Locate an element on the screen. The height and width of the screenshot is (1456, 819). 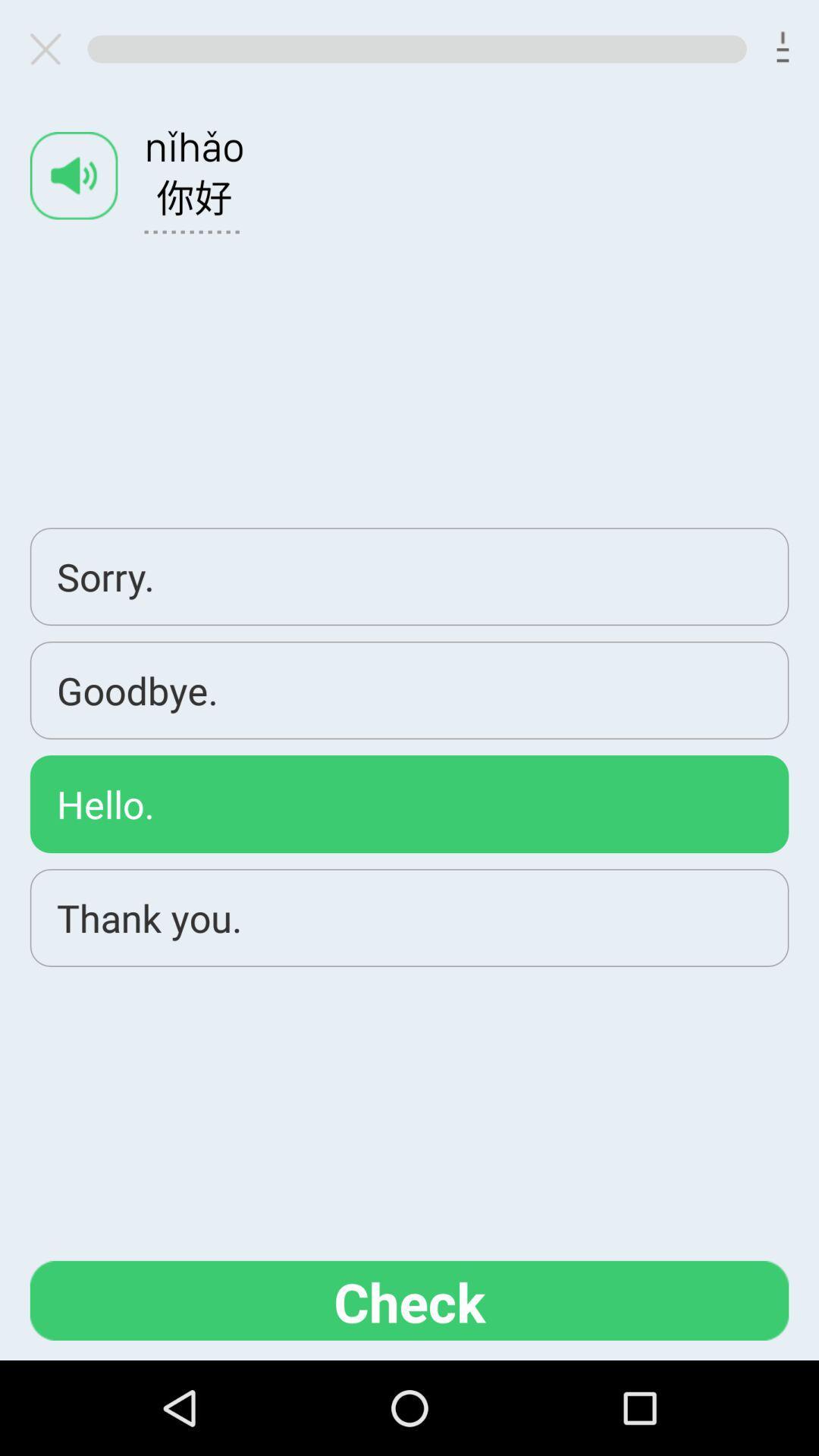
lesson is located at coordinates (51, 49).